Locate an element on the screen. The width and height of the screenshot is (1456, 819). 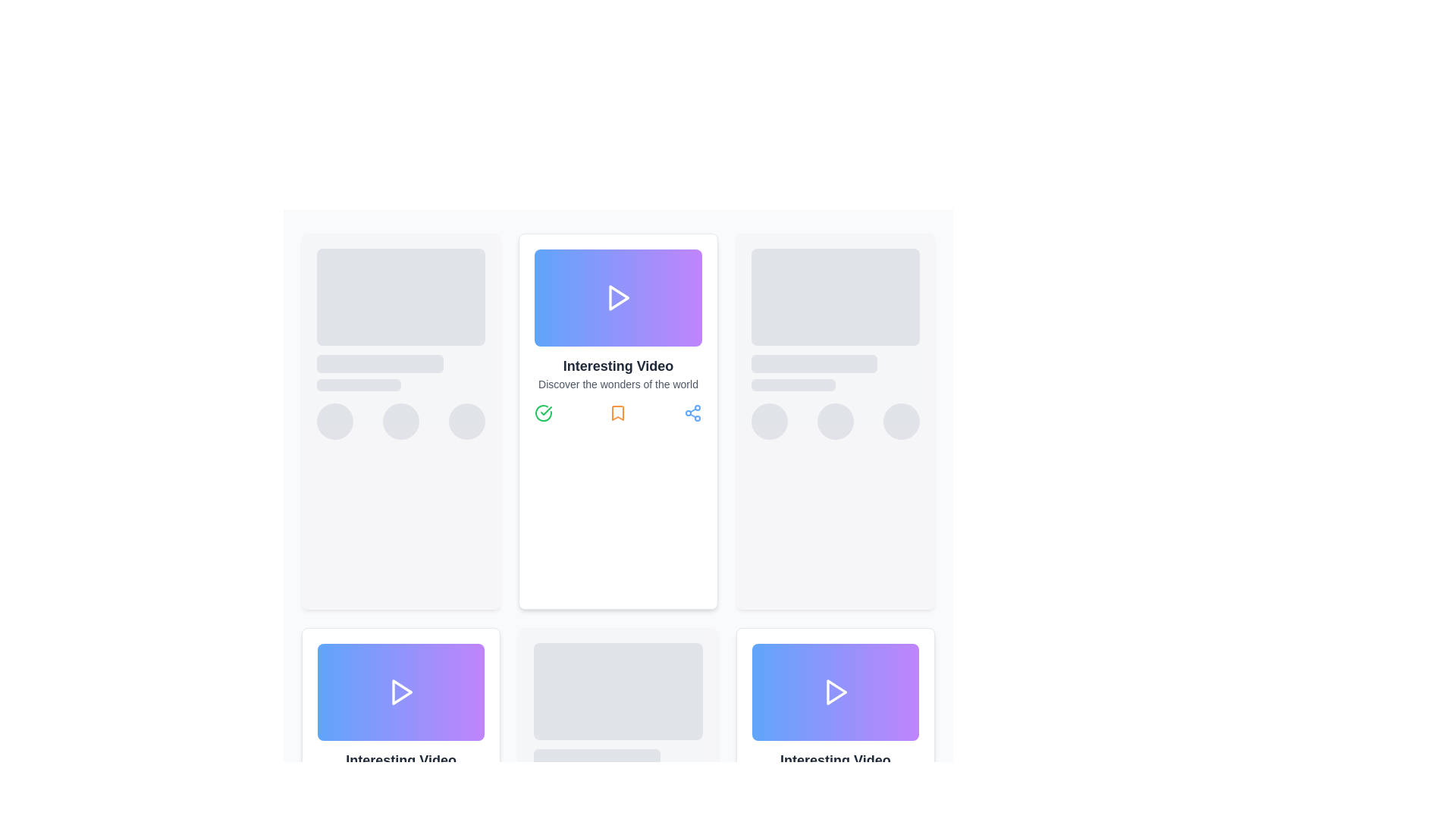
the text display element titled 'Interesting Video' which features a bold, large-sized black title and a smaller gray subtitle, located at the bottom center of a card in a three-column grid layout is located at coordinates (834, 768).